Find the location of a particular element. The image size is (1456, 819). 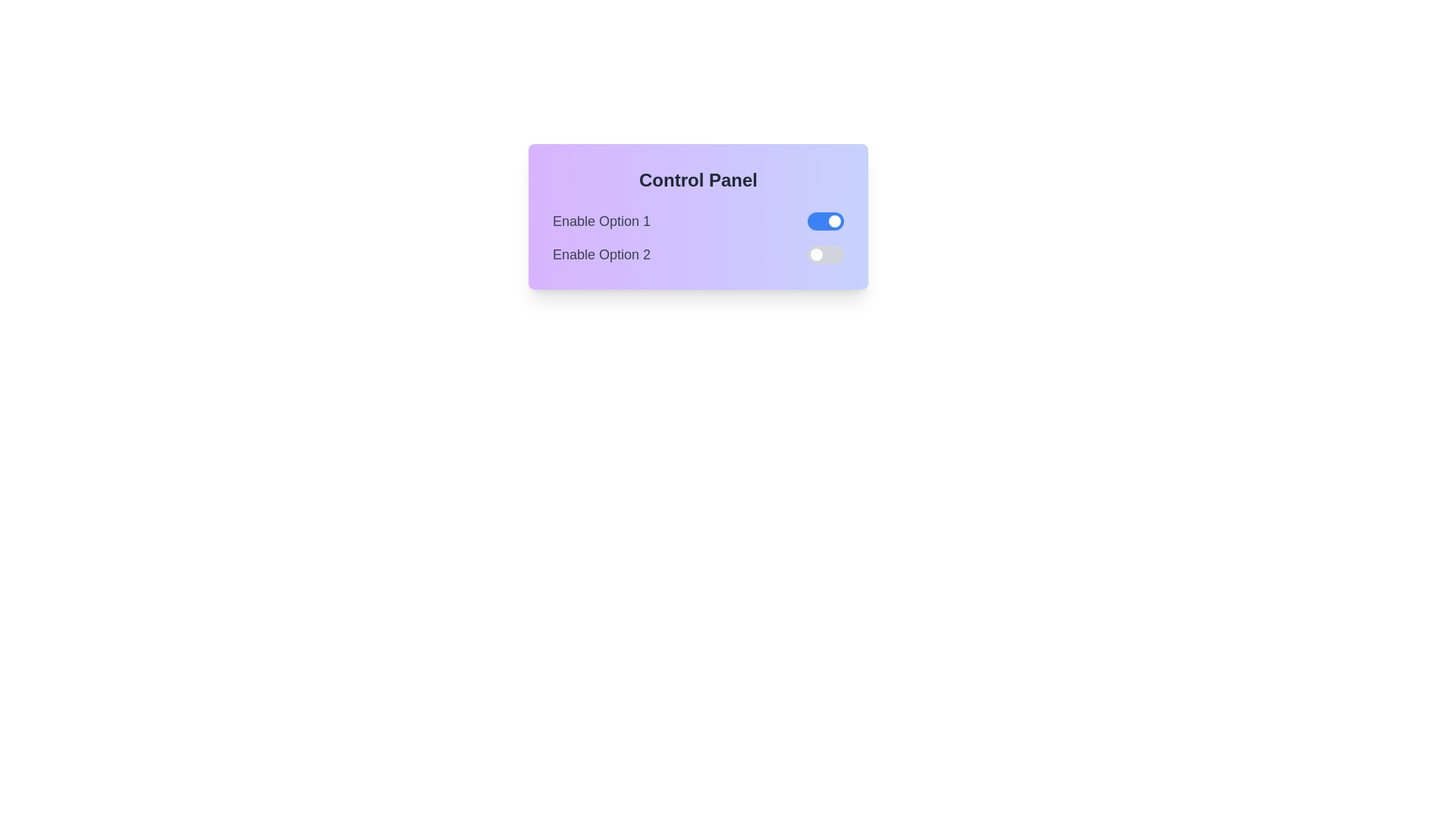

the Heading text element that displays 'Control Panel', which is bold and centered with a dark gray color on a gradient background is located at coordinates (698, 180).